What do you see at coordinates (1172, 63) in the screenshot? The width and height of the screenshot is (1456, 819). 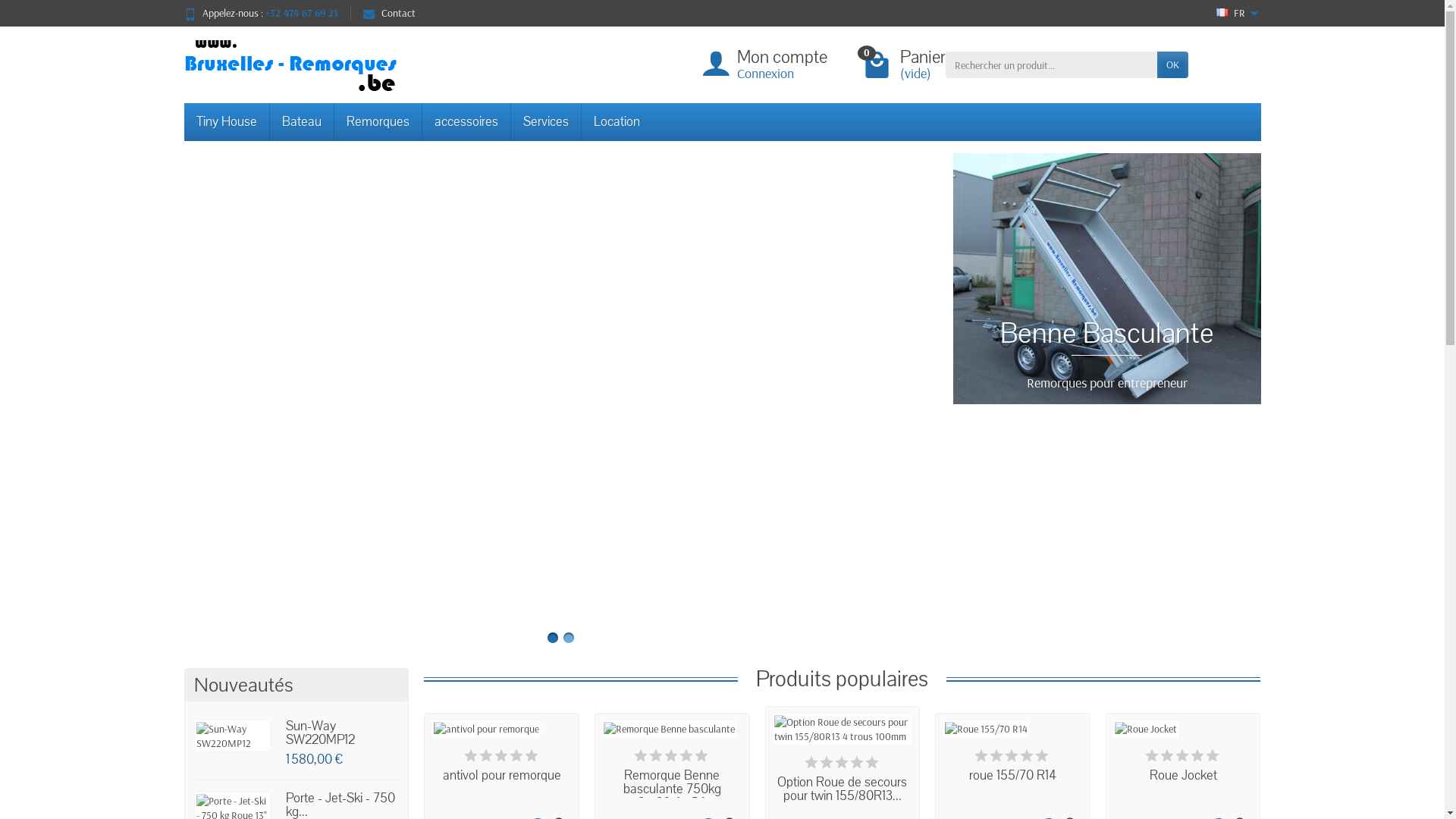 I see `'OK'` at bounding box center [1172, 63].